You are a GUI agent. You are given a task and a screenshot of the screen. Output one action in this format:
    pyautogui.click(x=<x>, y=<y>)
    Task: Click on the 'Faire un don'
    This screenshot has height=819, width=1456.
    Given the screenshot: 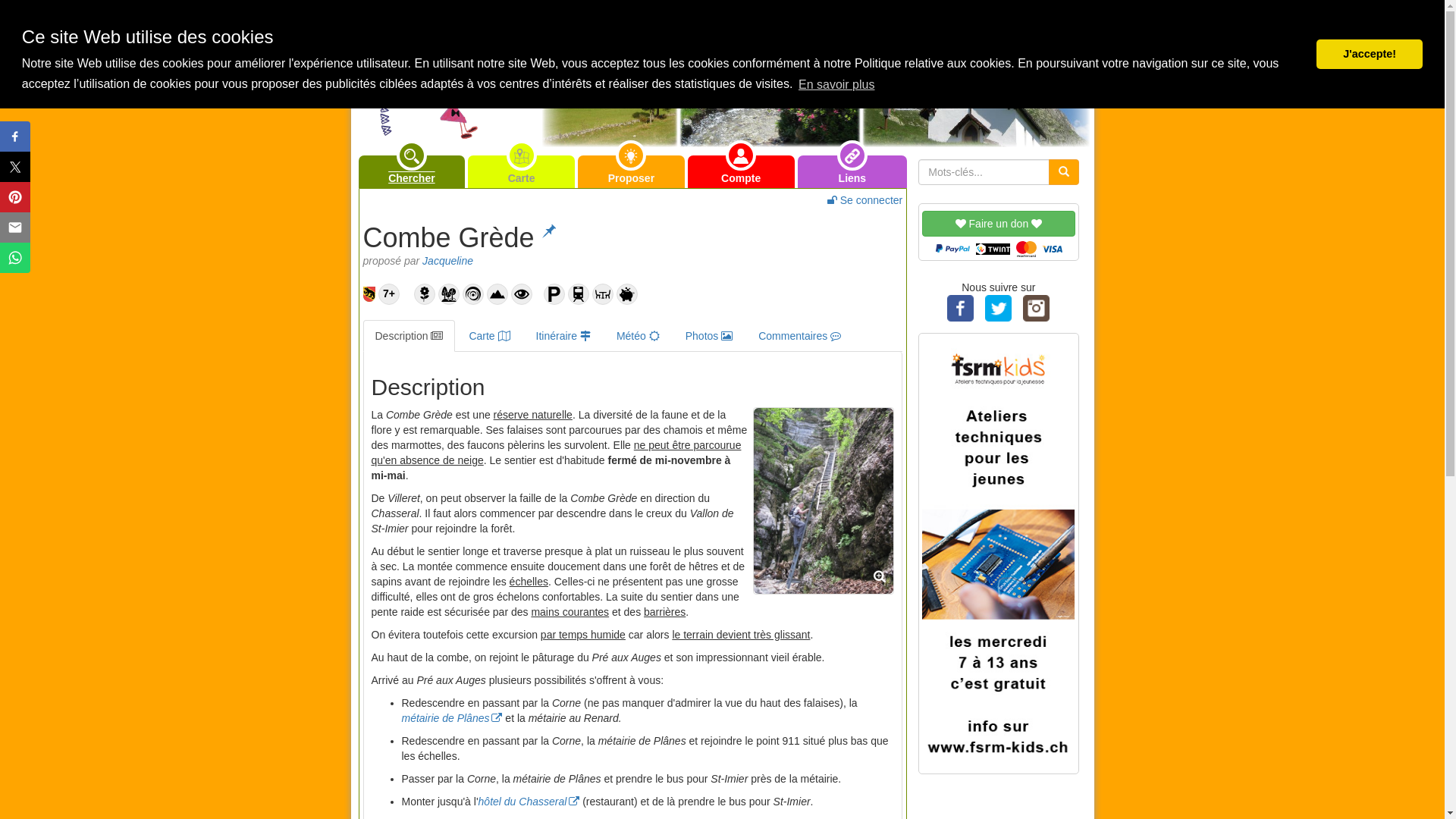 What is the action you would take?
    pyautogui.click(x=998, y=223)
    